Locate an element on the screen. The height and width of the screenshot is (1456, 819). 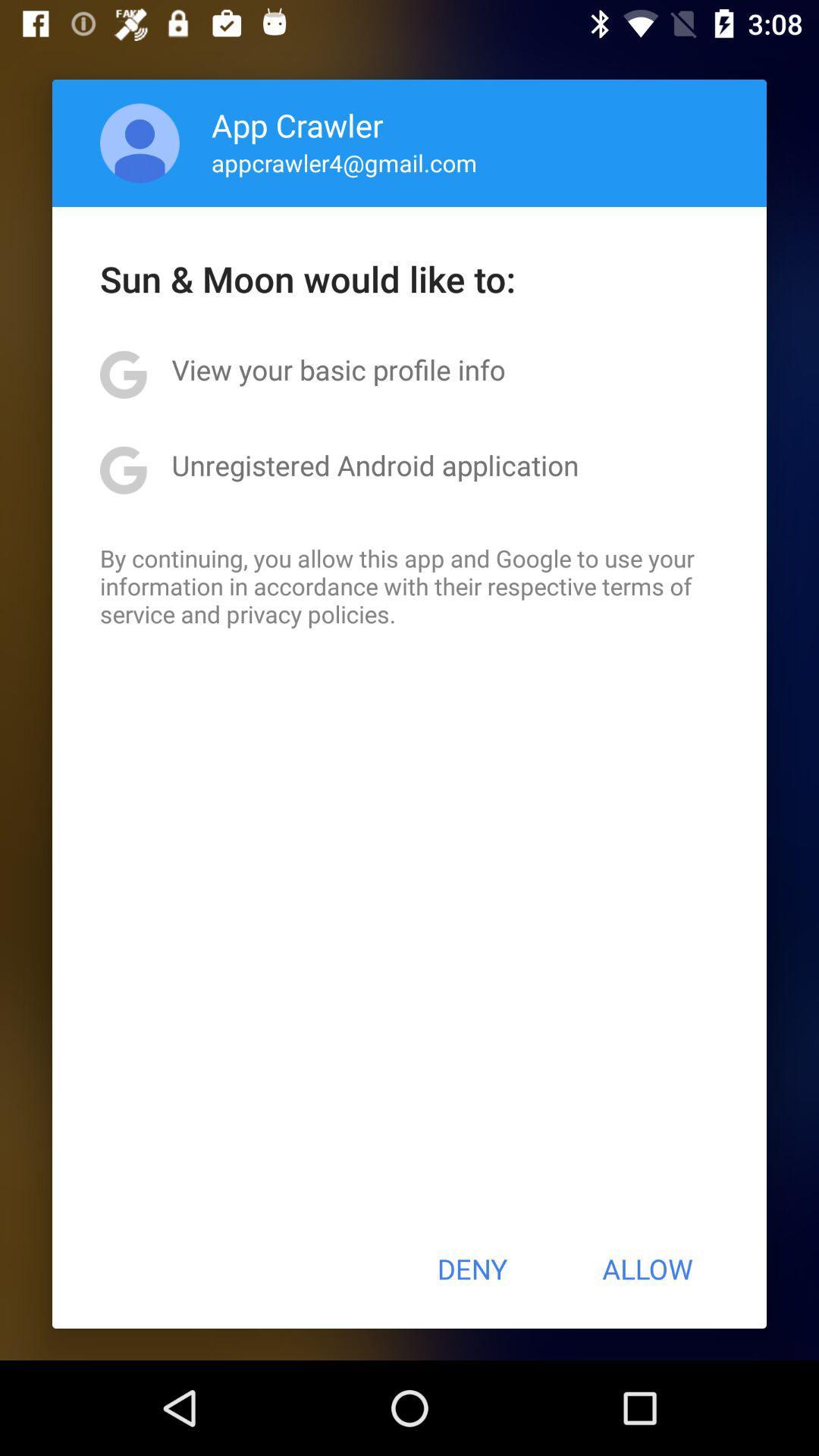
item above the sun moon would item is located at coordinates (140, 143).